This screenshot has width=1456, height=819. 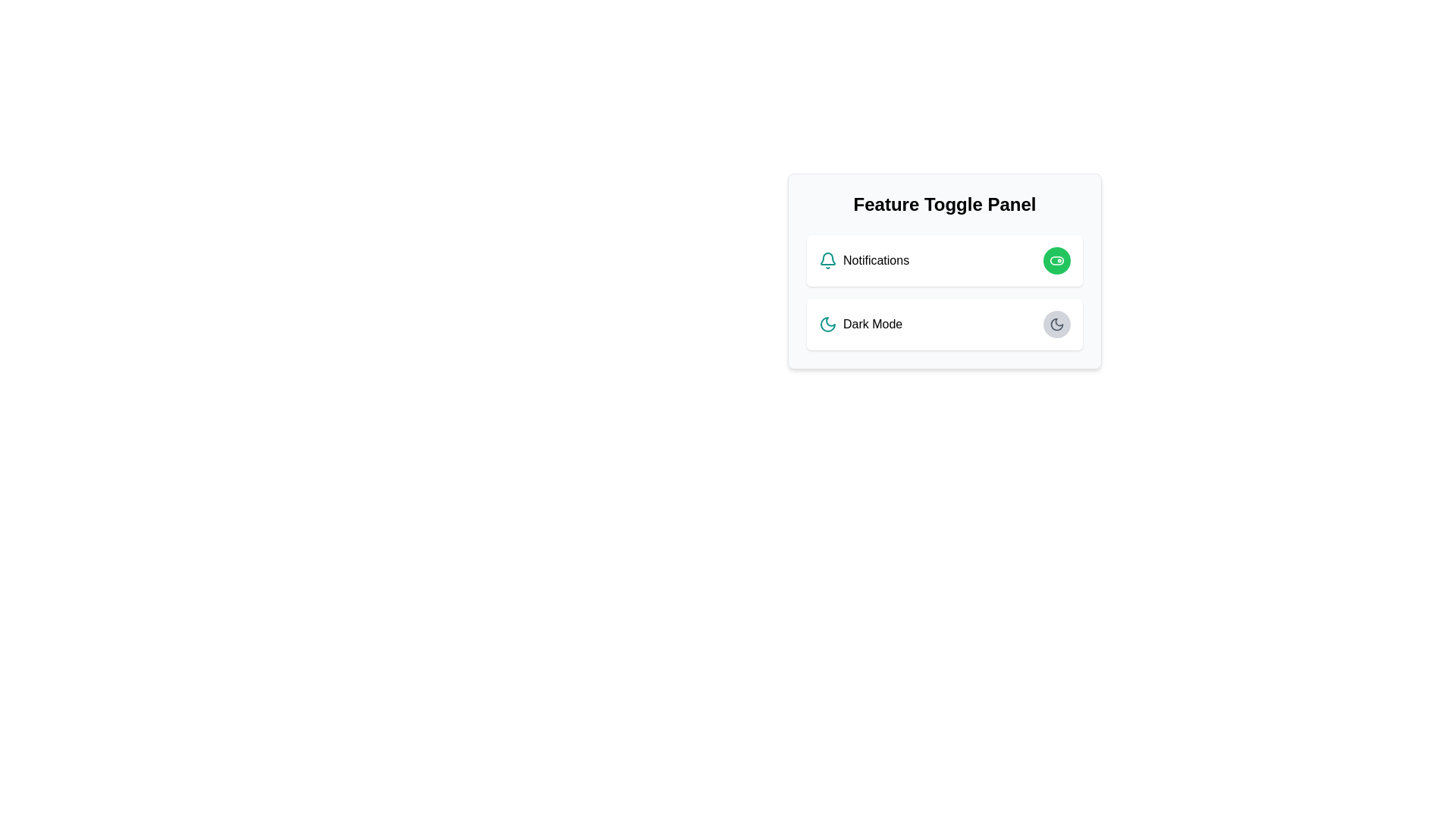 I want to click on the toggle background of the toggle switch adjacent to the 'Notifications' label, so click(x=1056, y=259).